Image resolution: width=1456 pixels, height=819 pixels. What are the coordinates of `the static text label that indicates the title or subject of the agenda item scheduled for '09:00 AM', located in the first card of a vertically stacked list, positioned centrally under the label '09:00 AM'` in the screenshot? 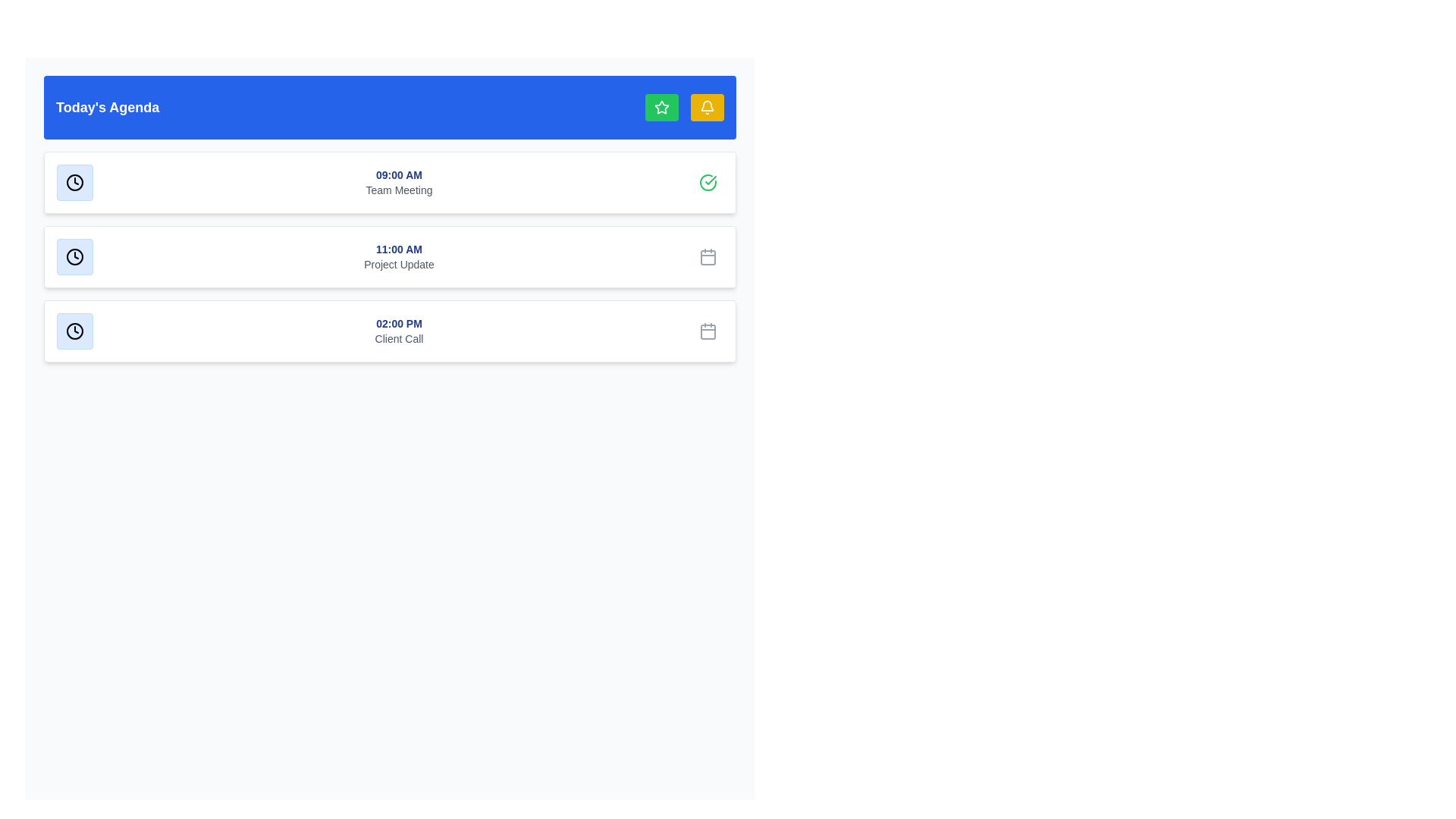 It's located at (399, 189).